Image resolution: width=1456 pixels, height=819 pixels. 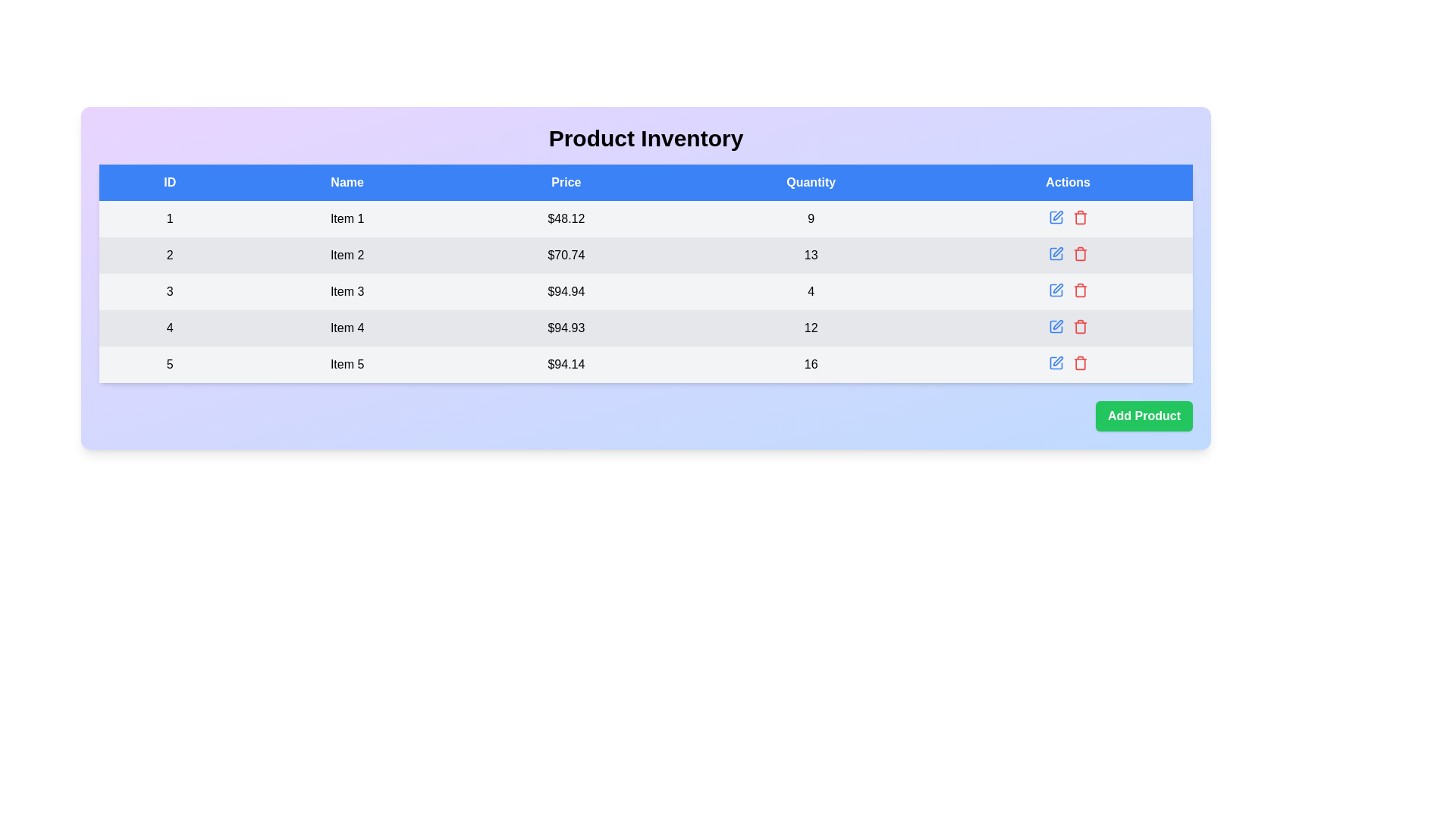 What do you see at coordinates (810, 254) in the screenshot?
I see `the Text cell displaying the number '13' in the fourth column of the second row under the 'Quantity' header in the 'Product Inventory' table` at bounding box center [810, 254].